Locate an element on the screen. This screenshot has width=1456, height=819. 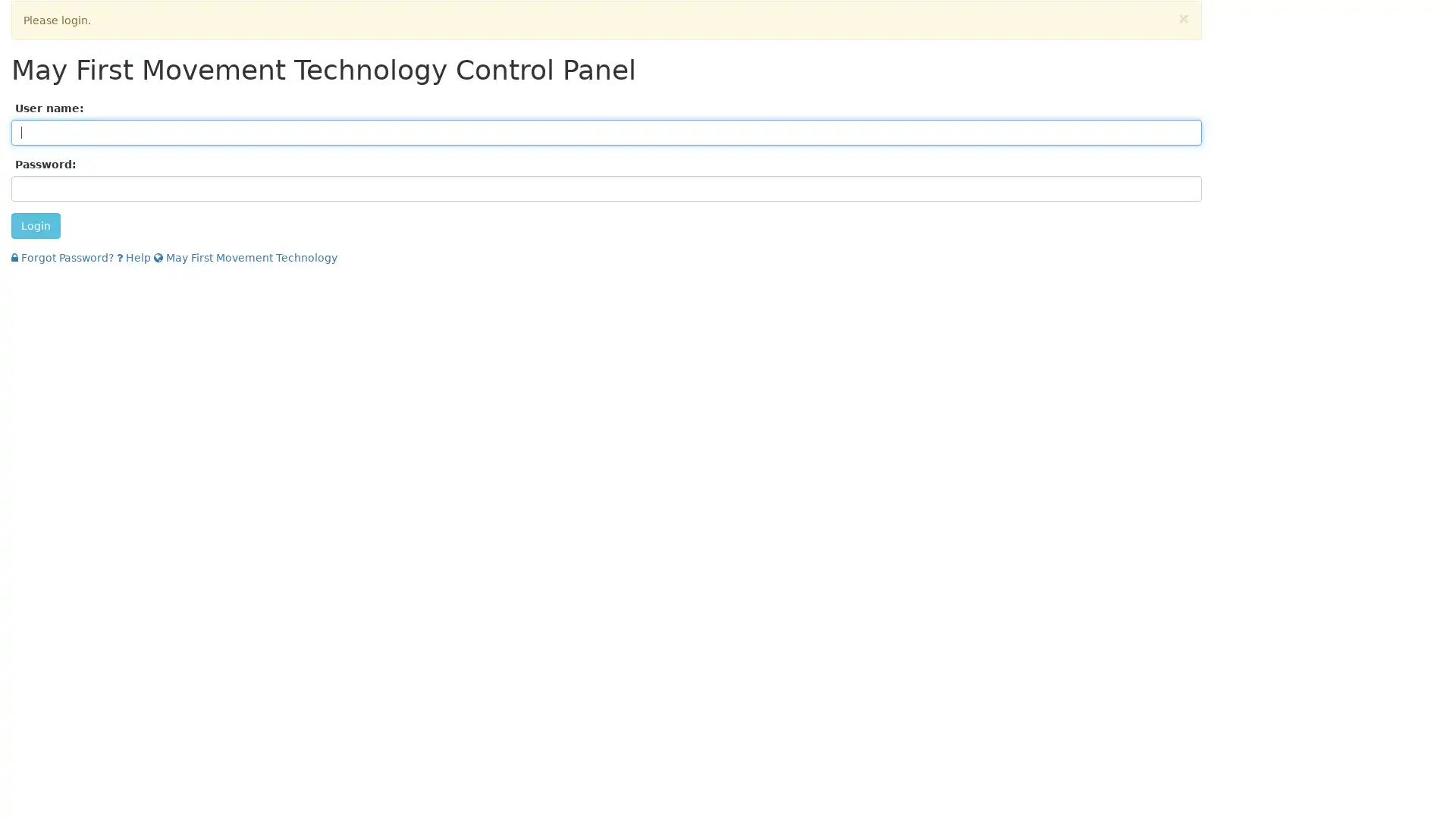
Login is located at coordinates (36, 225).